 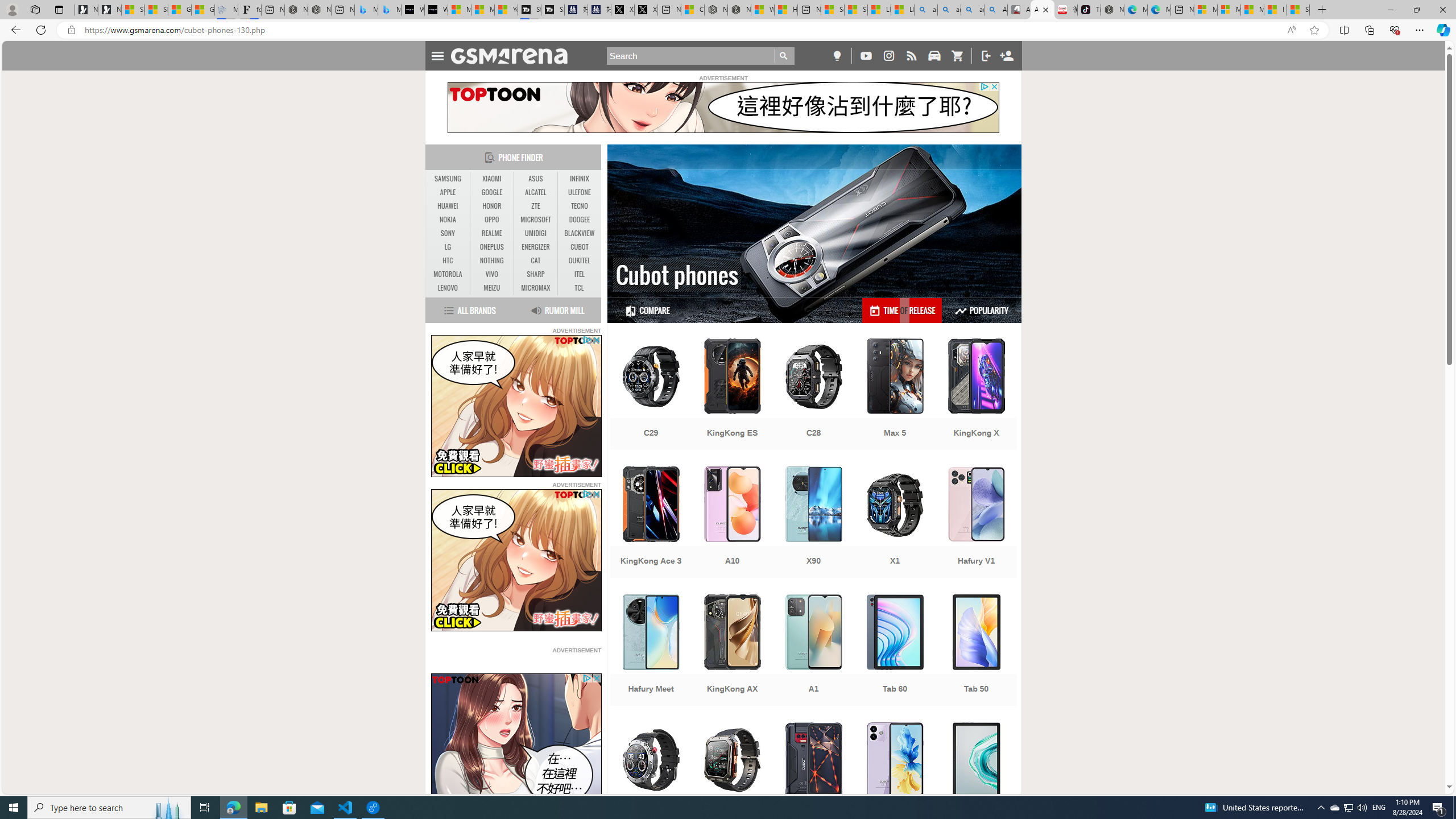 I want to click on 'OPPO', so click(x=491, y=220).